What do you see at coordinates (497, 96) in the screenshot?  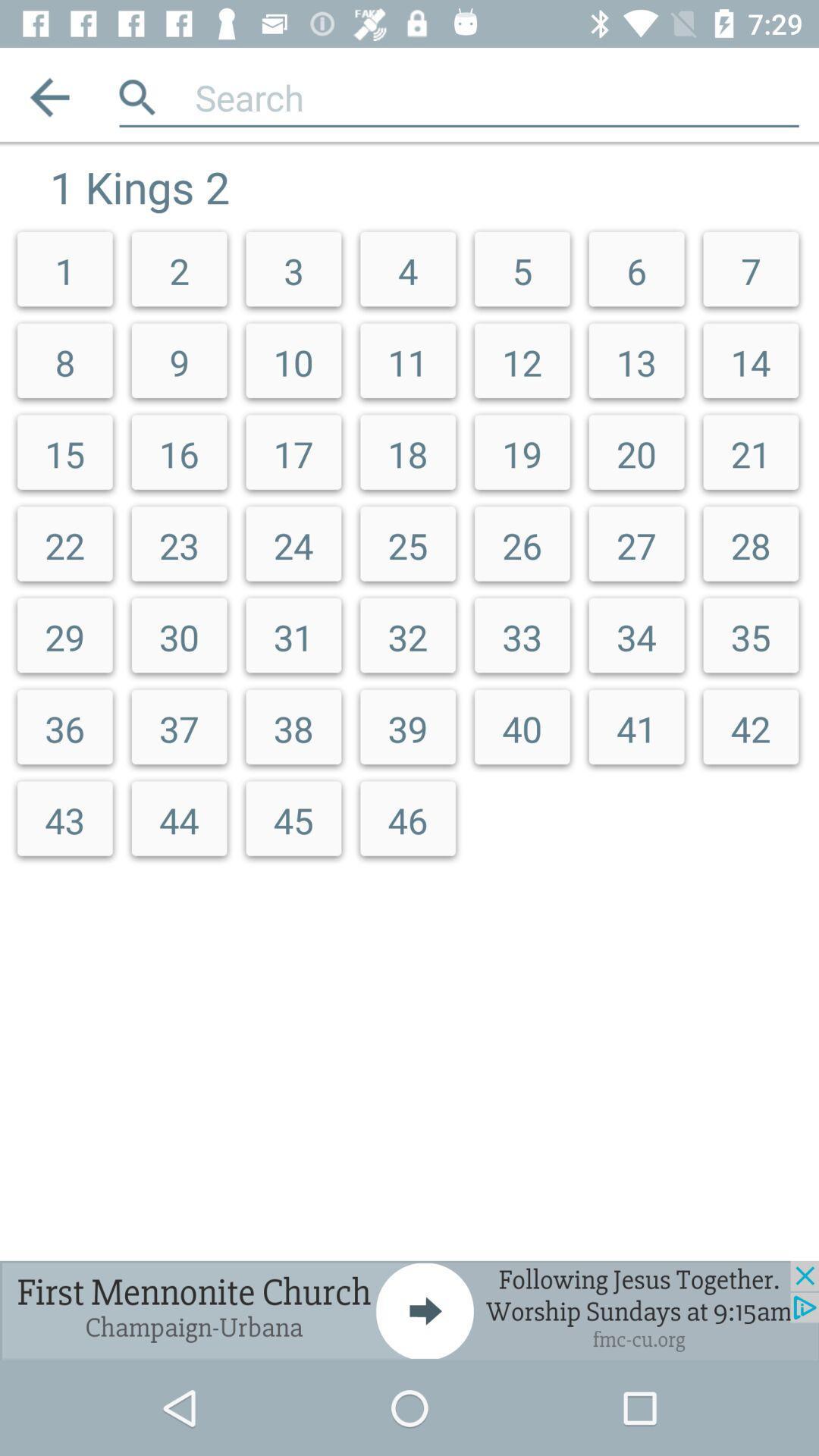 I see `input search query` at bounding box center [497, 96].